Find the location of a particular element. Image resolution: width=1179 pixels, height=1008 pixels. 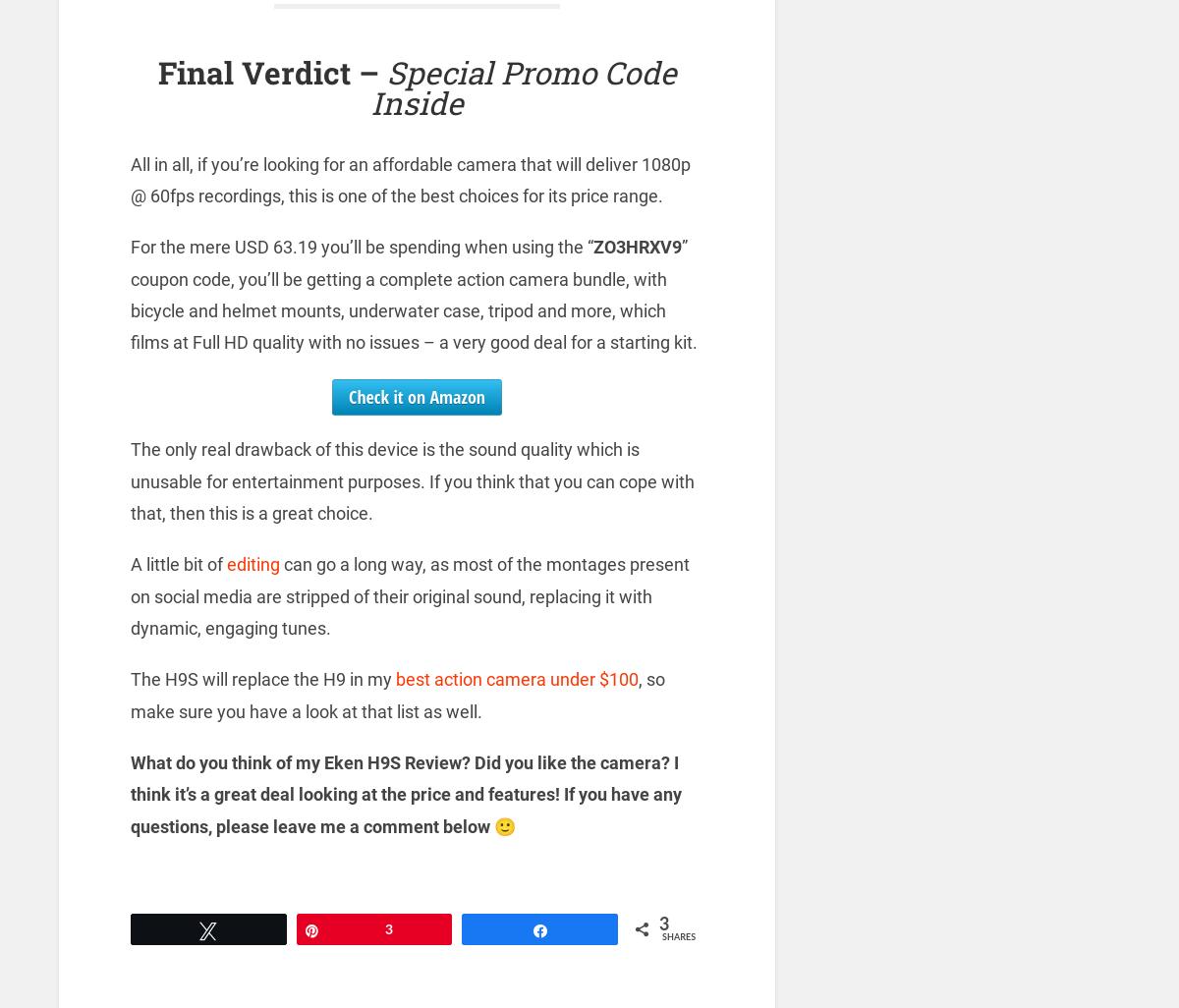

', so make sure you have a look at that list as well.' is located at coordinates (397, 694).